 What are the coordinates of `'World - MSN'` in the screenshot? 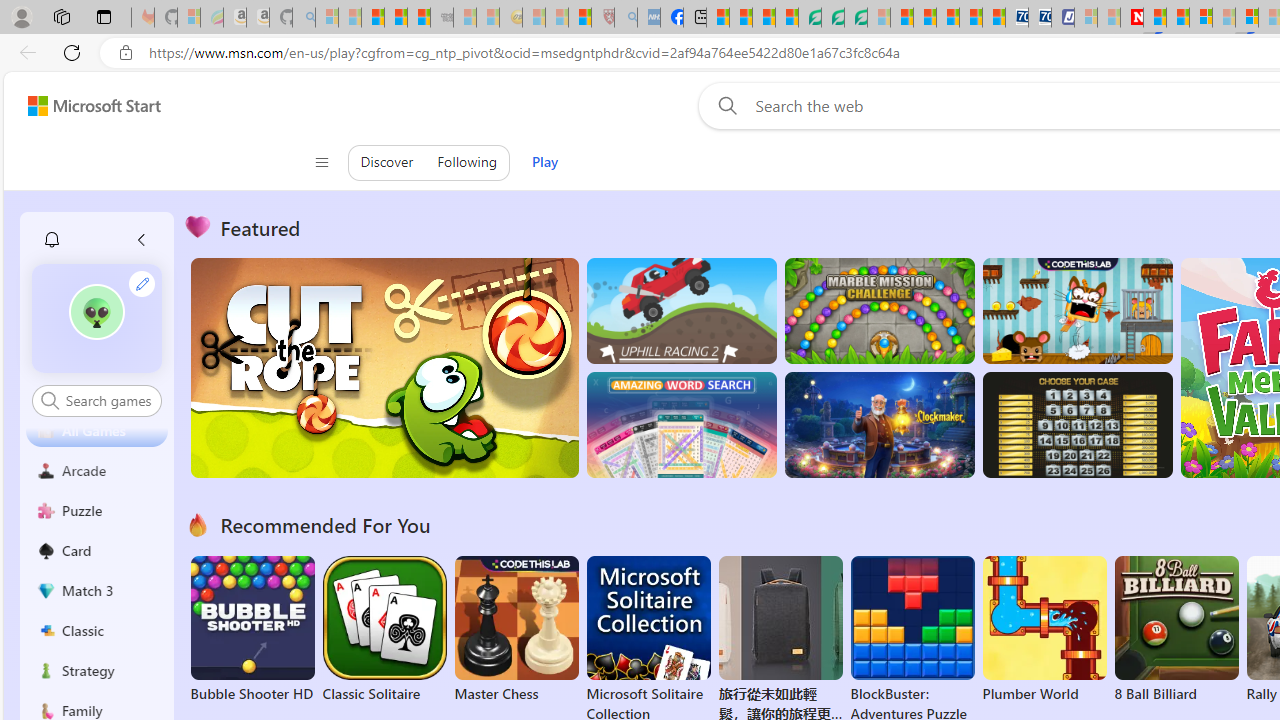 It's located at (762, 17).